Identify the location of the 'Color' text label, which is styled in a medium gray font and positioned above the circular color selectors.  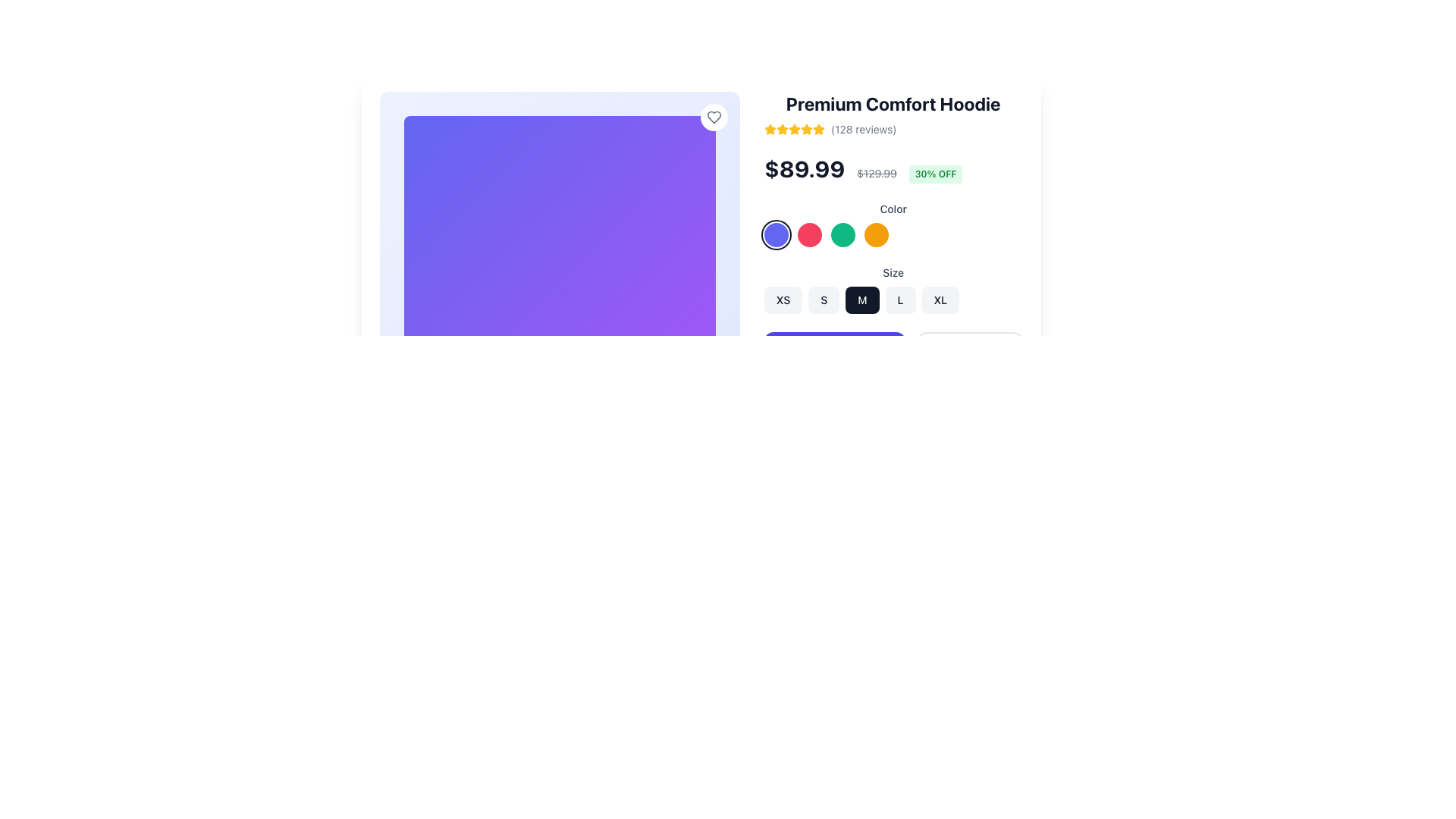
(893, 209).